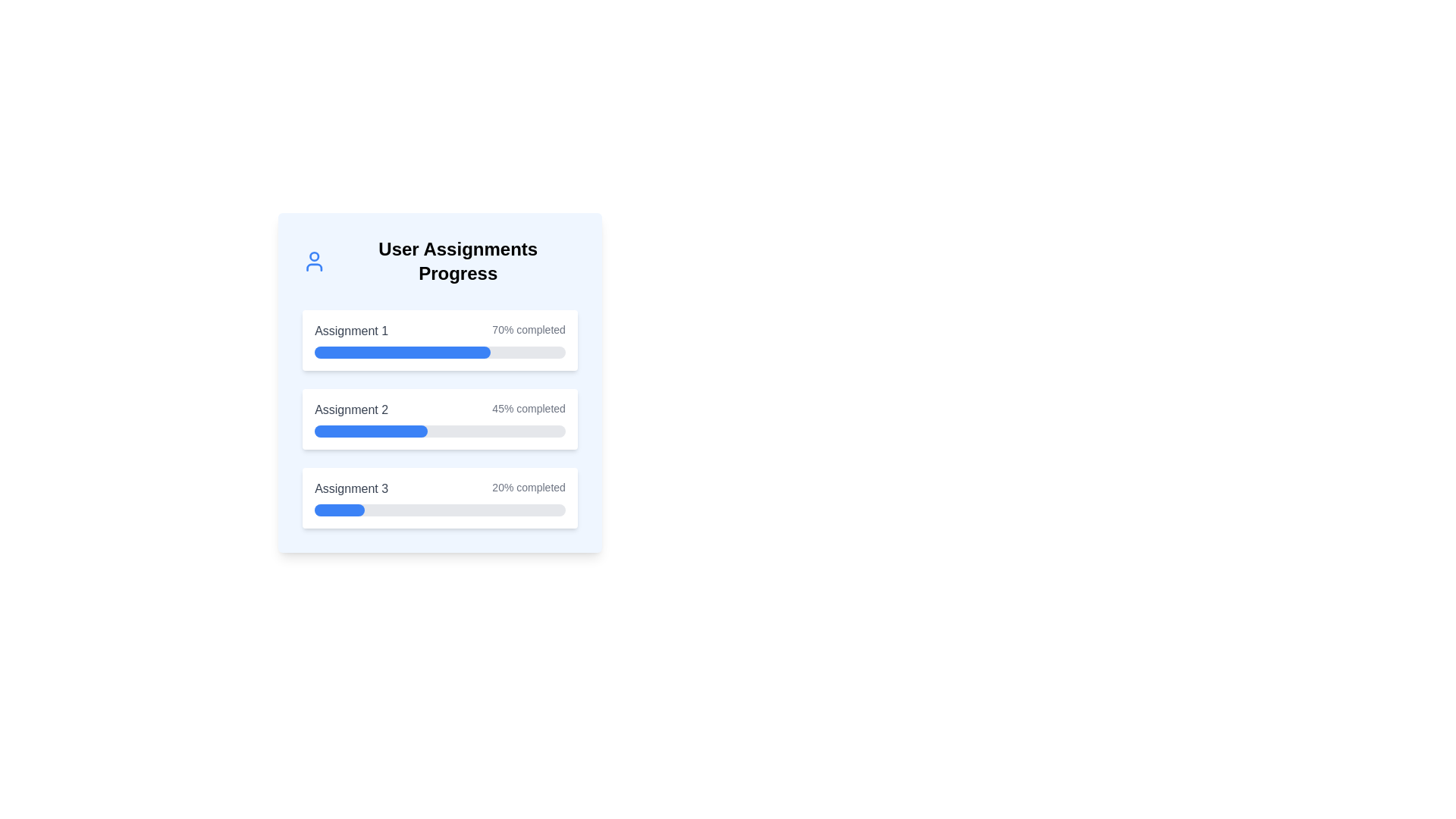 Image resolution: width=1456 pixels, height=819 pixels. I want to click on the progress visually by focusing on the progress bar located directly below the 'Assignment 1' heading, which shows '70% completed', so click(439, 353).